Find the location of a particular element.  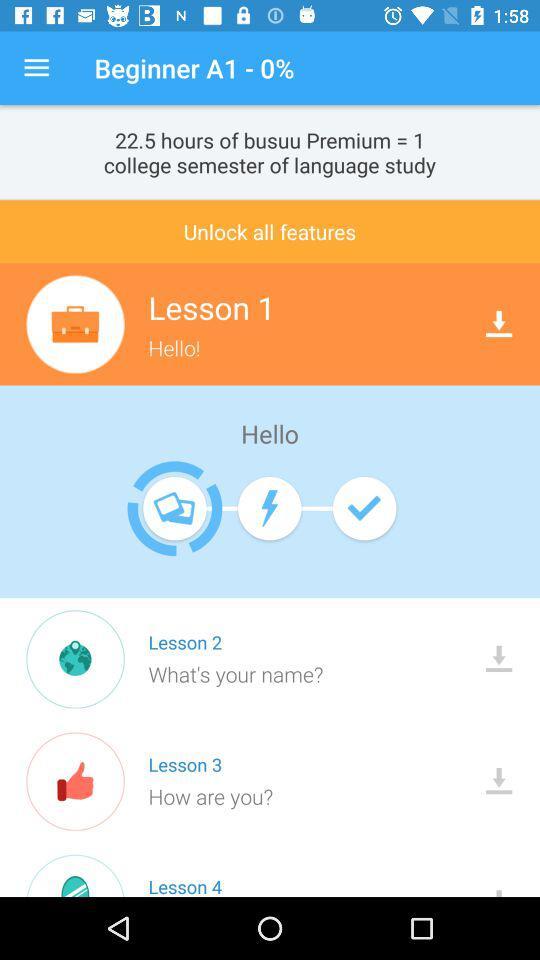

the second icon below hello is located at coordinates (269, 507).